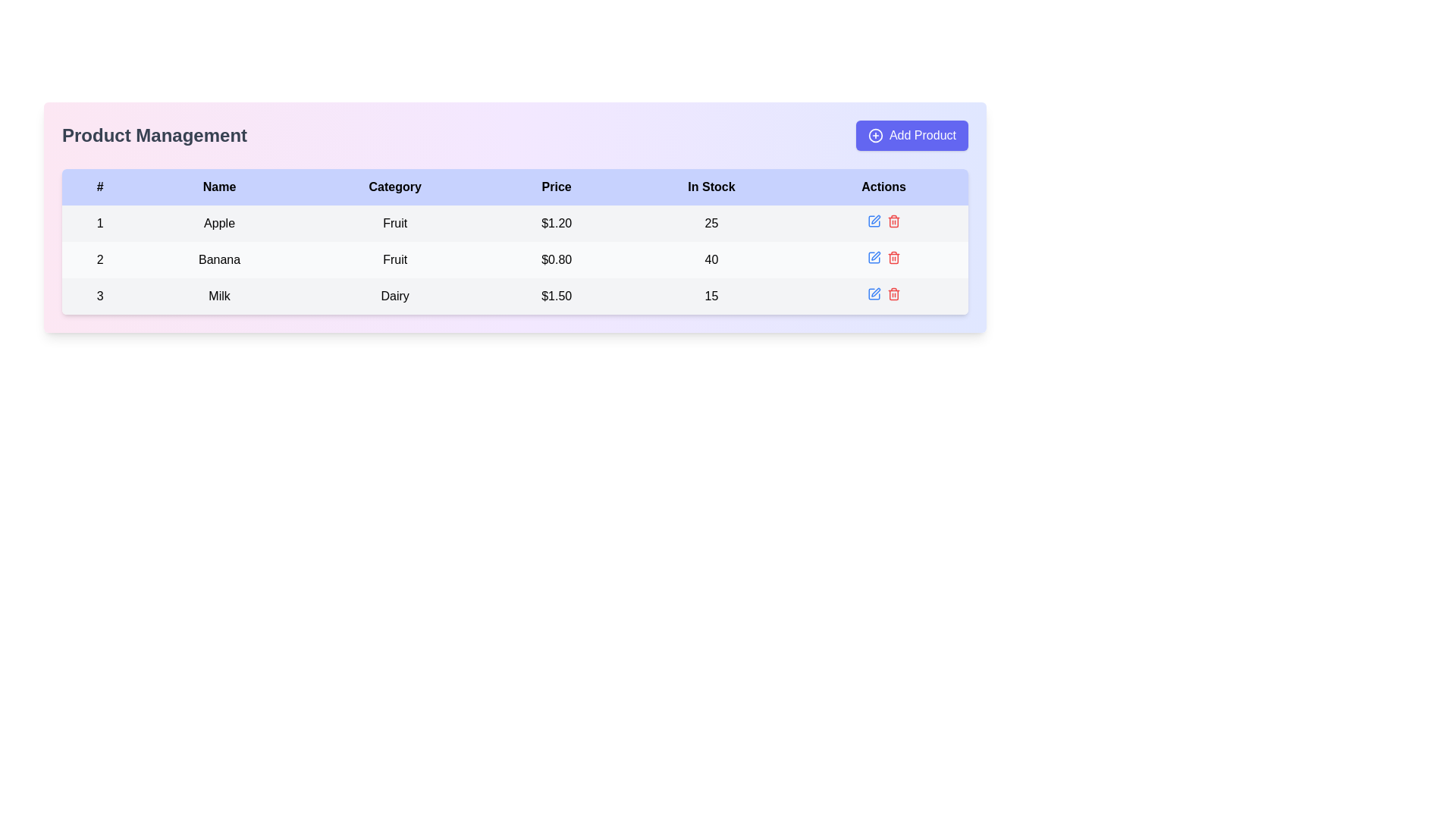 This screenshot has width=1456, height=819. What do you see at coordinates (893, 256) in the screenshot?
I see `the delete button in the Actions column of the second data row in the table` at bounding box center [893, 256].